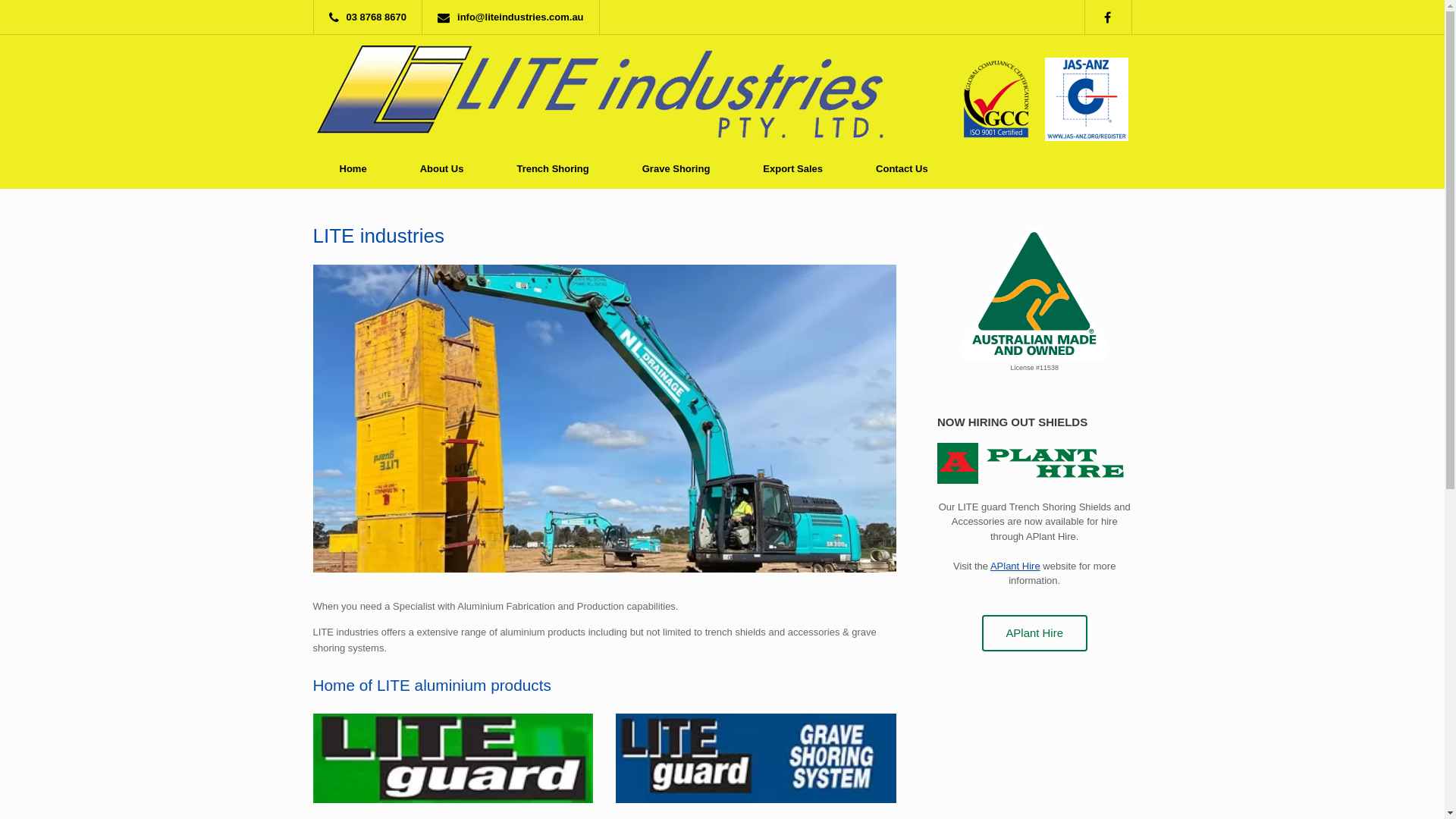  Describe the element at coordinates (902, 168) in the screenshot. I see `'Contact Us'` at that location.